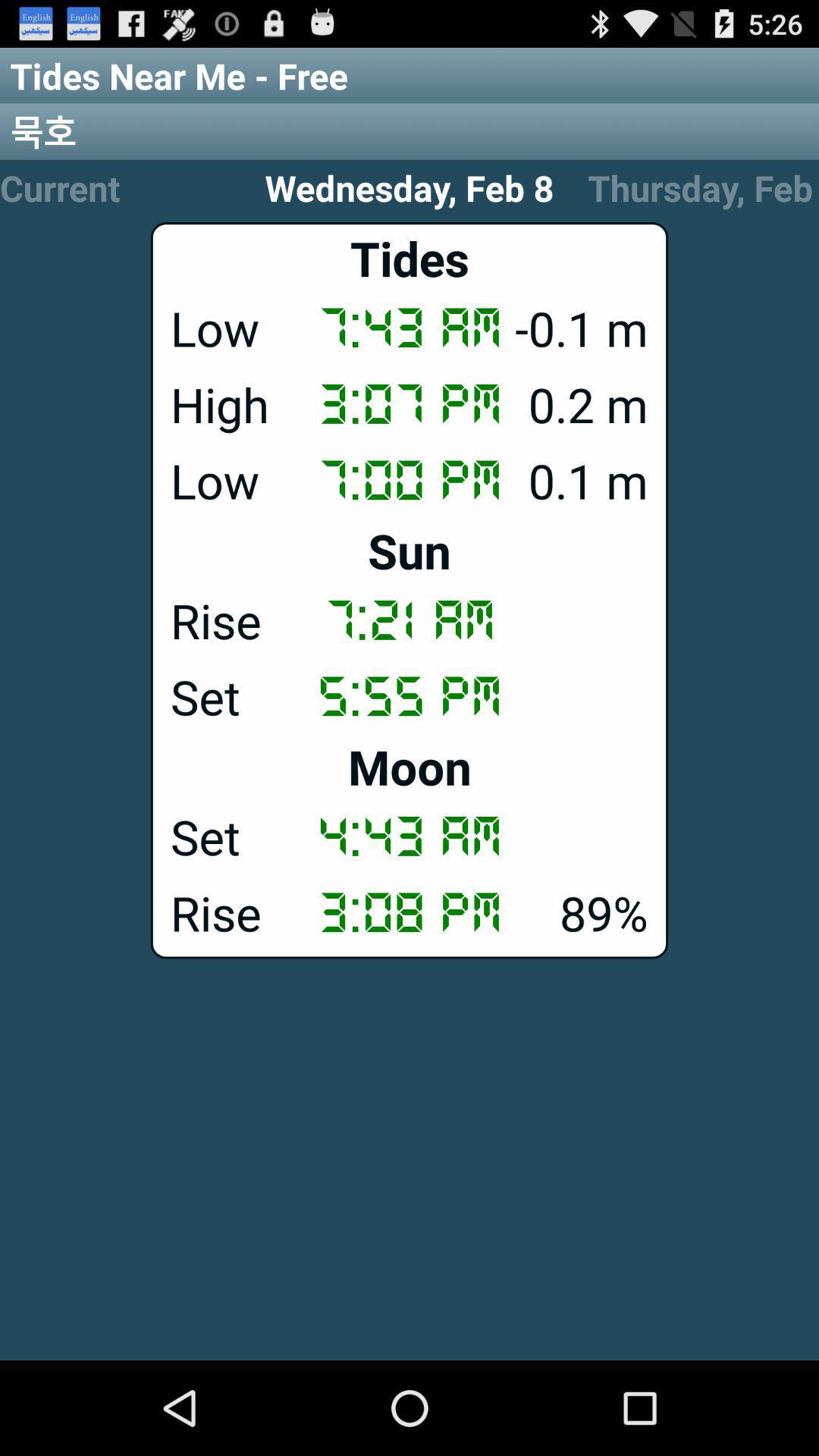 The height and width of the screenshot is (1456, 819). What do you see at coordinates (409, 549) in the screenshot?
I see `the sun icon` at bounding box center [409, 549].